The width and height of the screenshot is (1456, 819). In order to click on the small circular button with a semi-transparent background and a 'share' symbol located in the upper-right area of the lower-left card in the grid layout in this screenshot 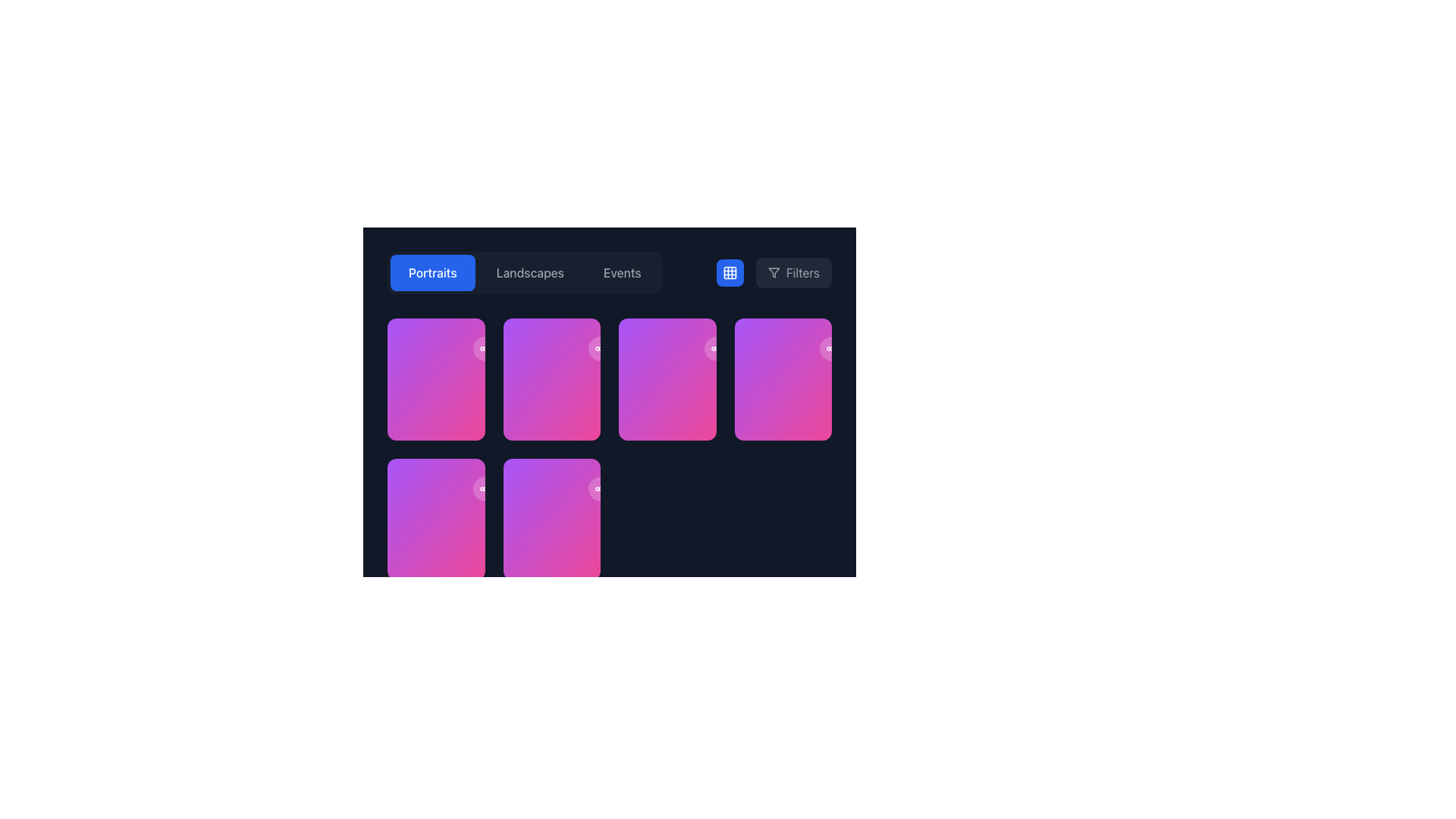, I will do `click(612, 485)`.